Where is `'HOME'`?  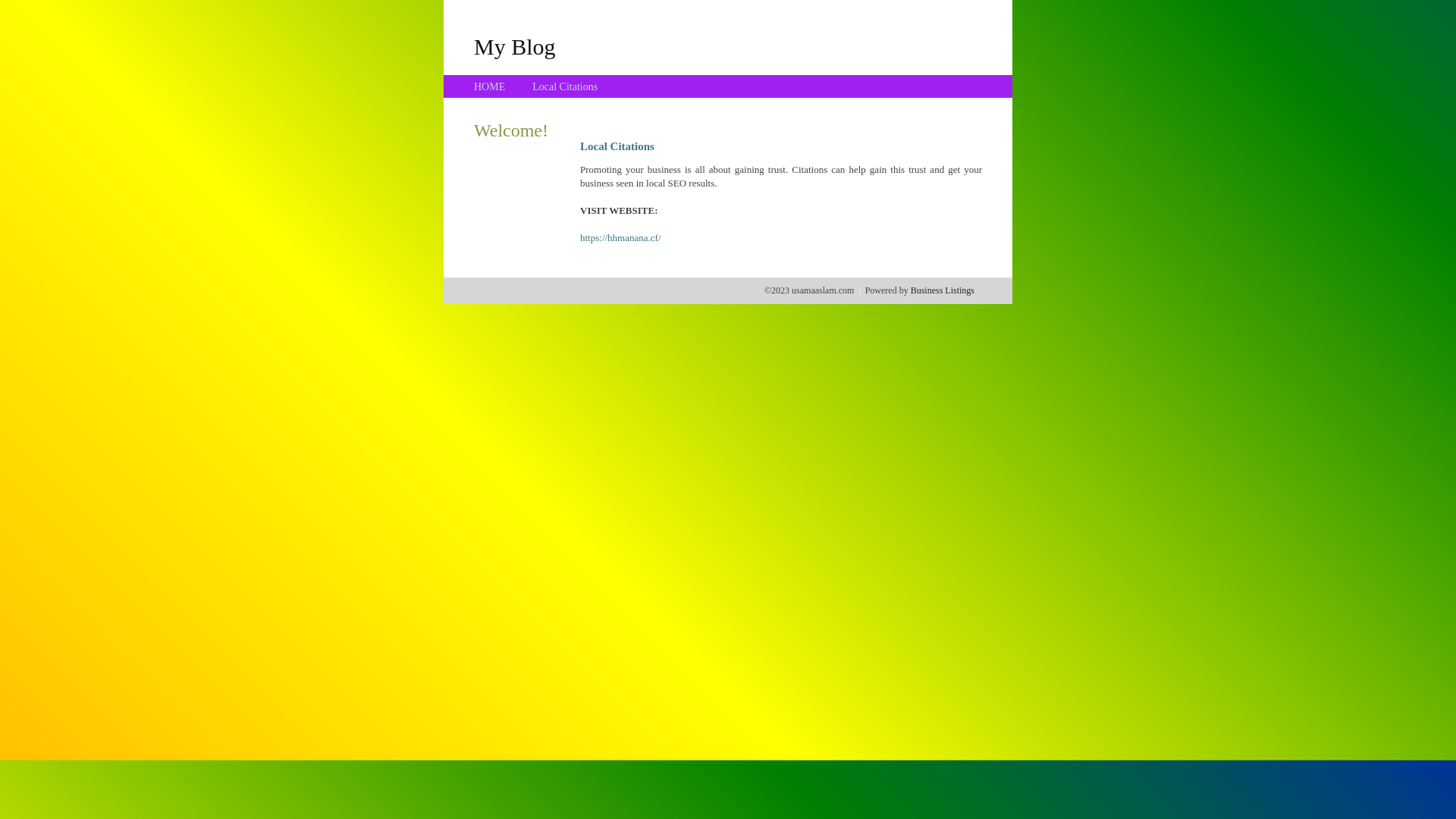 'HOME' is located at coordinates (489, 86).